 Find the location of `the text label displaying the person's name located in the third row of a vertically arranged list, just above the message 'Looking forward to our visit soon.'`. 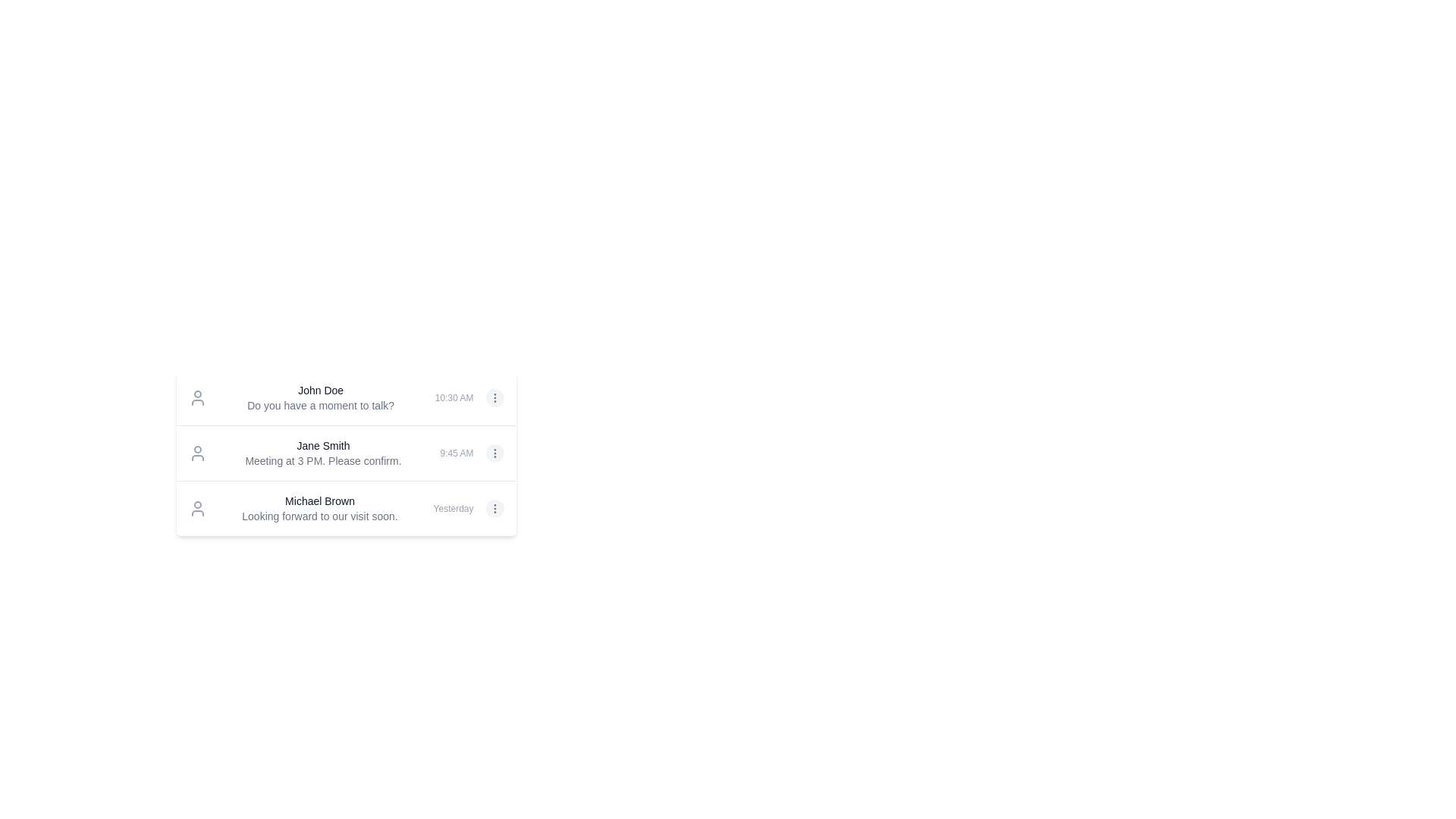

the text label displaying the person's name located in the third row of a vertically arranged list, just above the message 'Looking forward to our visit soon.' is located at coordinates (319, 500).